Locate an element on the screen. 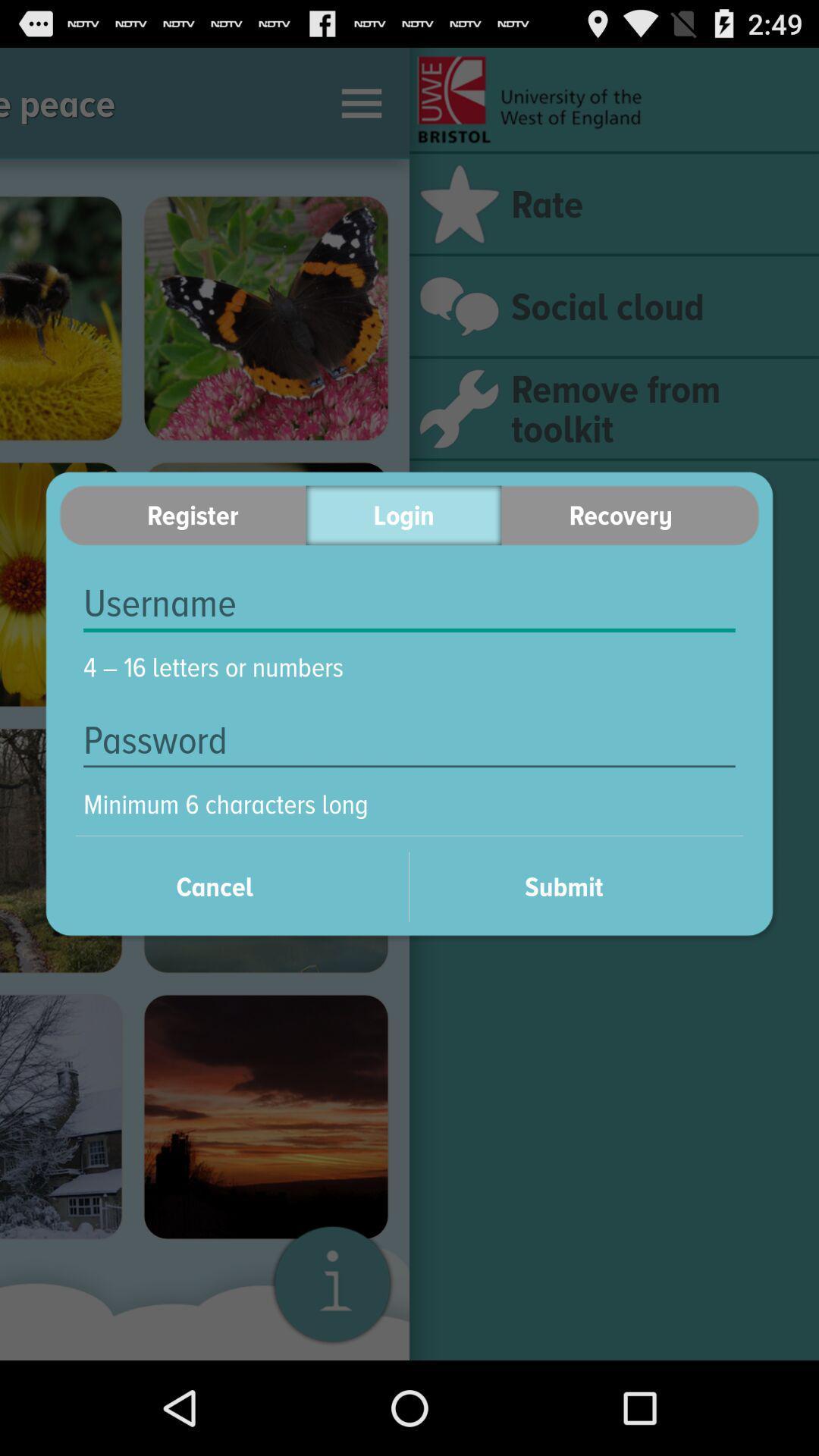 Image resolution: width=819 pixels, height=1456 pixels. cancel is located at coordinates (234, 886).